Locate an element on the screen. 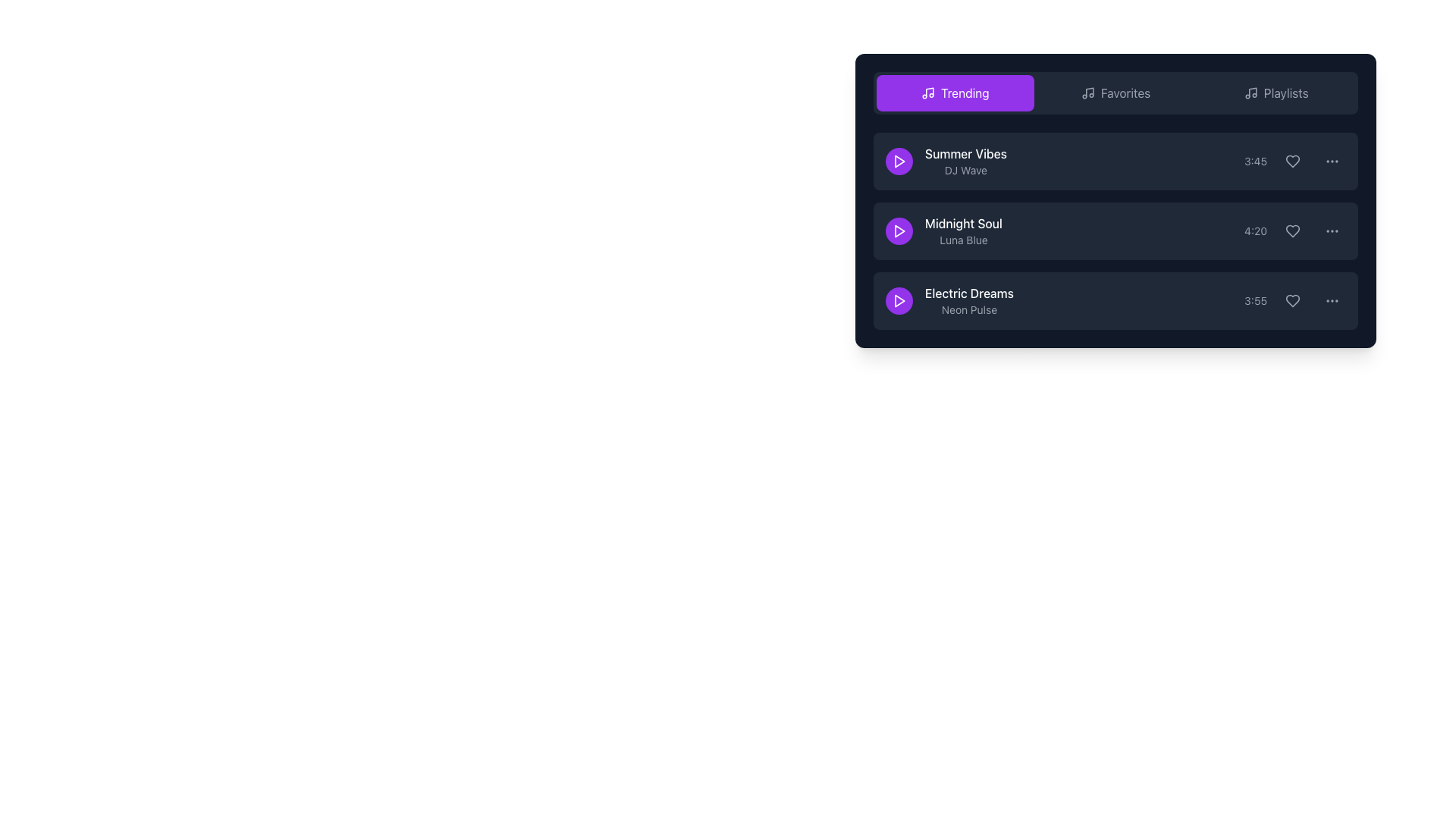 The image size is (1456, 819). the heart icon button representing the 'like' function located in the third column of the 'Midnight Soul' entry row is located at coordinates (1294, 231).